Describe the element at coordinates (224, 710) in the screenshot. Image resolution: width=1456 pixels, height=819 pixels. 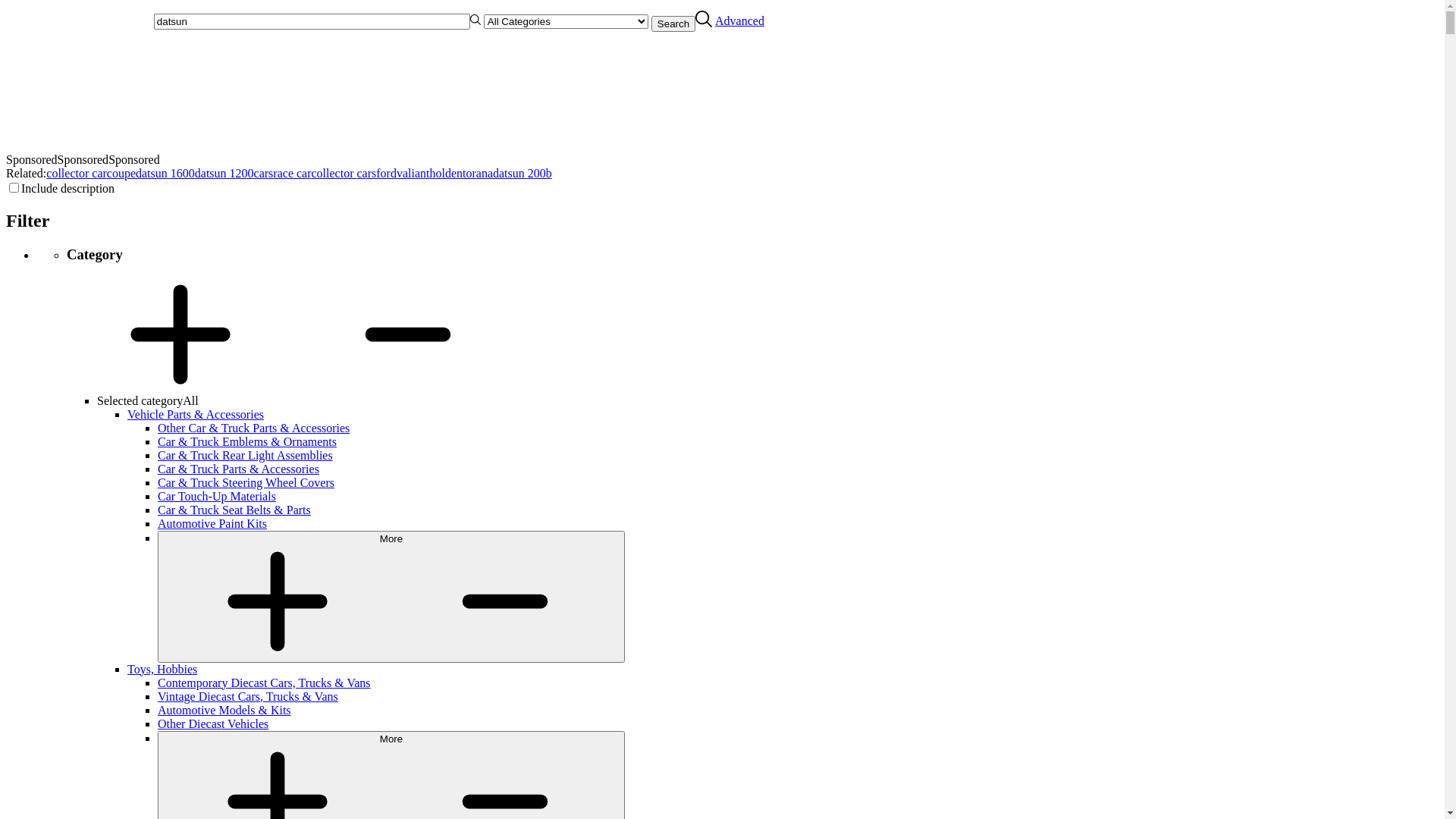
I see `'Automotive Models & Kits'` at that location.